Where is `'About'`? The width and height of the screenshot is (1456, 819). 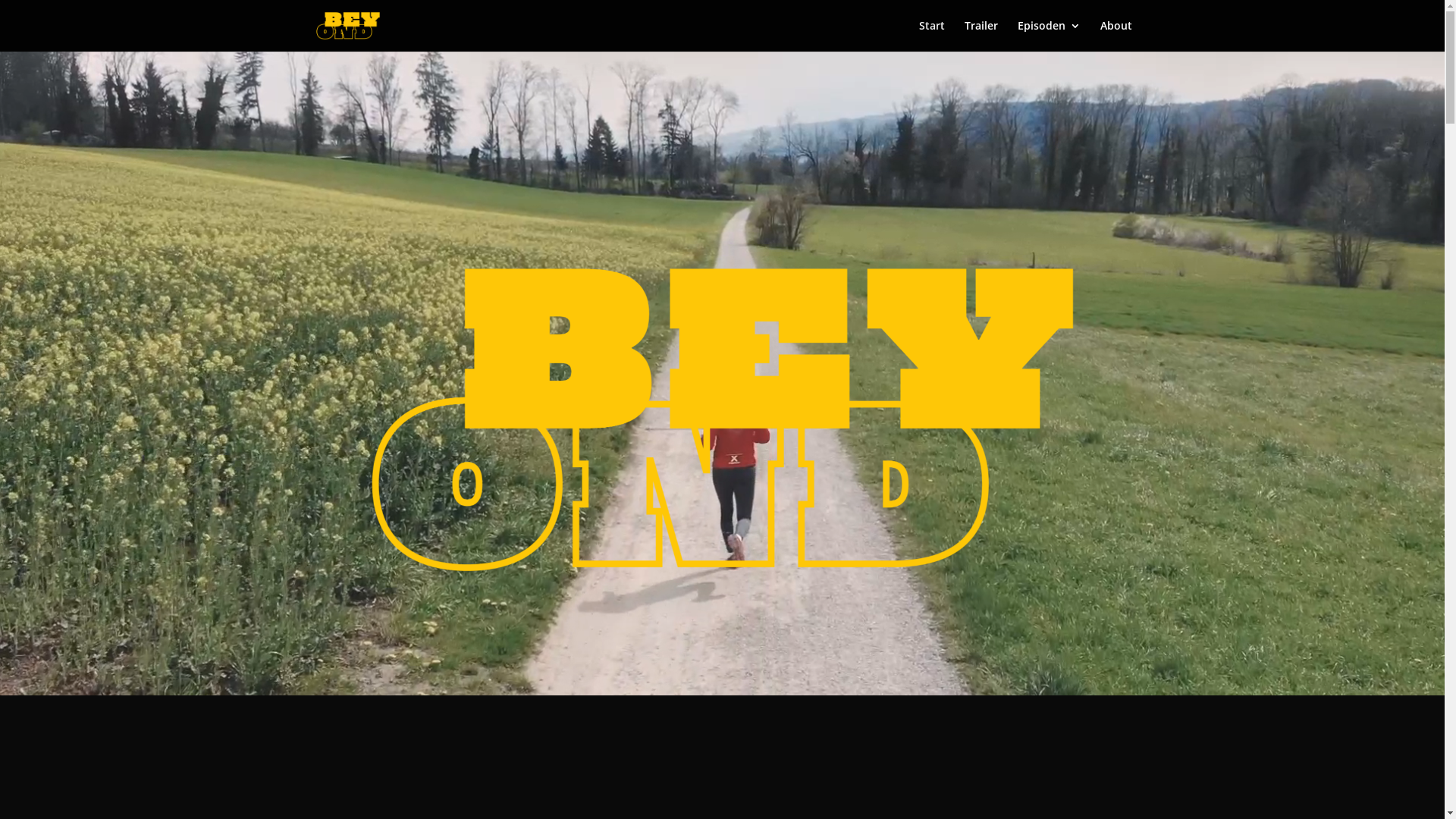 'About' is located at coordinates (1099, 35).